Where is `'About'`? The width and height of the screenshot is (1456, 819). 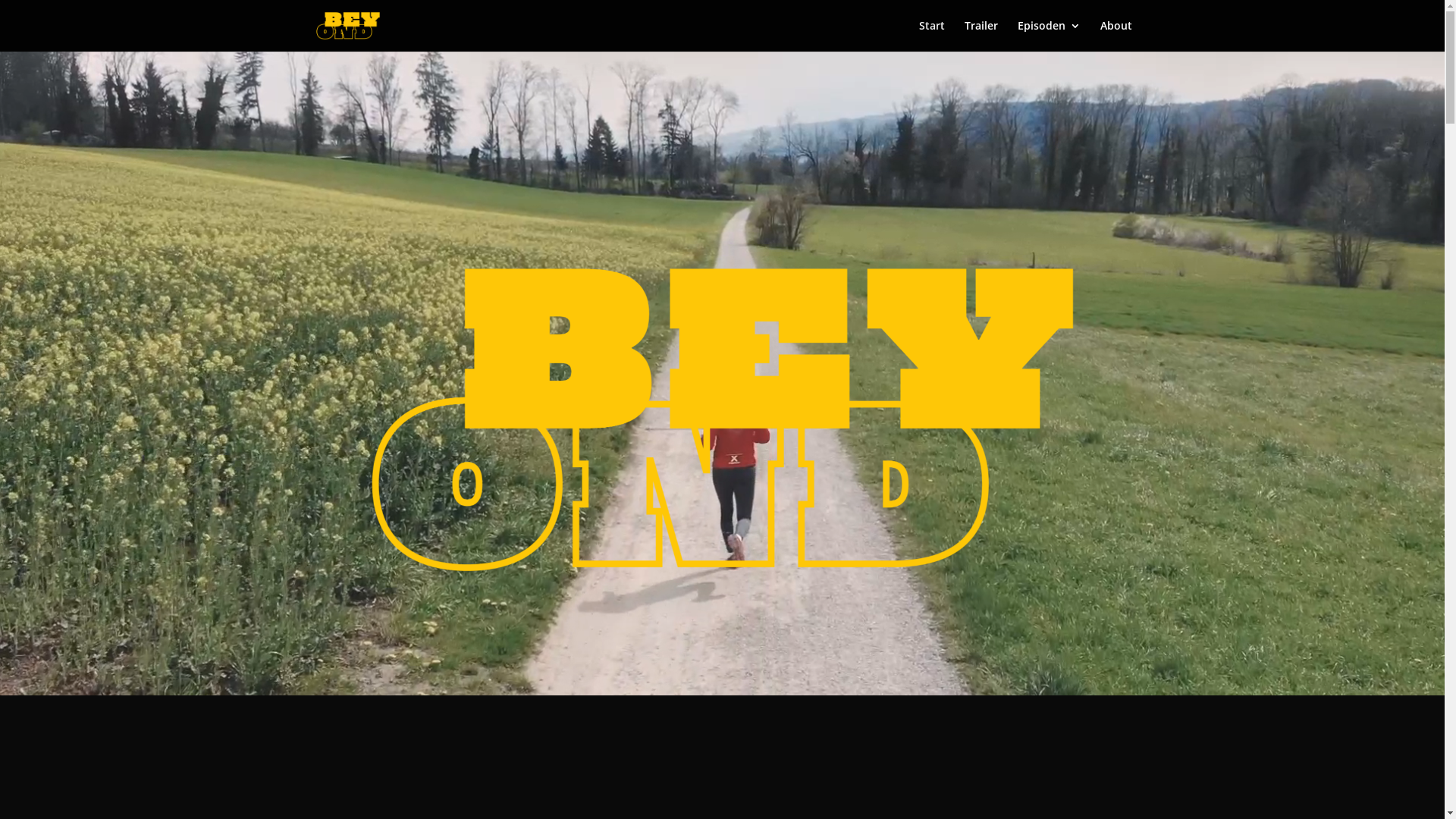 'About' is located at coordinates (1099, 35).